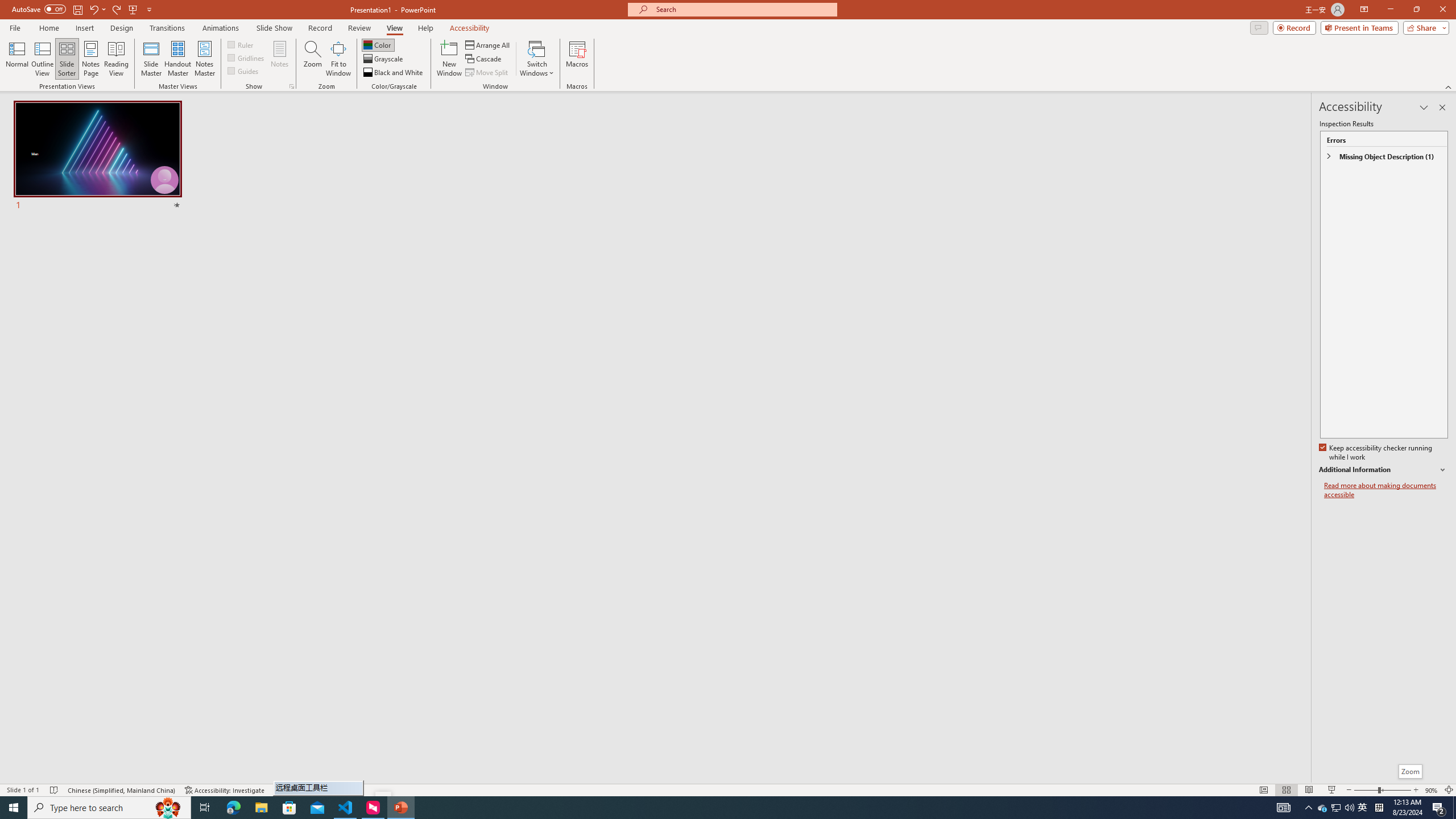 The width and height of the screenshot is (1456, 819). What do you see at coordinates (90, 59) in the screenshot?
I see `'Notes Page'` at bounding box center [90, 59].